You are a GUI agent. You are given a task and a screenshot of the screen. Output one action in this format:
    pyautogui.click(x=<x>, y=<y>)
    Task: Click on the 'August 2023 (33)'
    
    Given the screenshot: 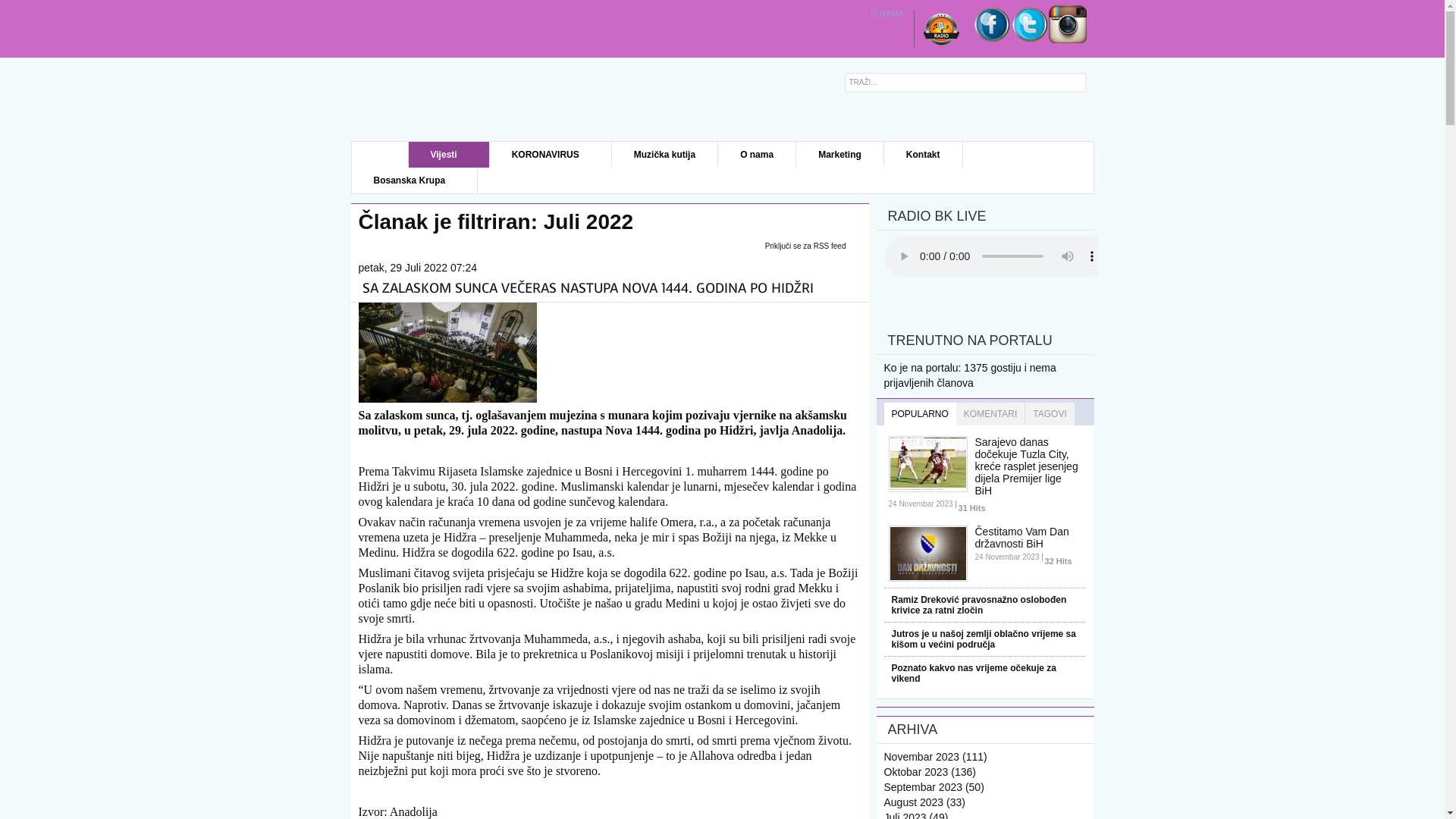 What is the action you would take?
    pyautogui.click(x=924, y=801)
    